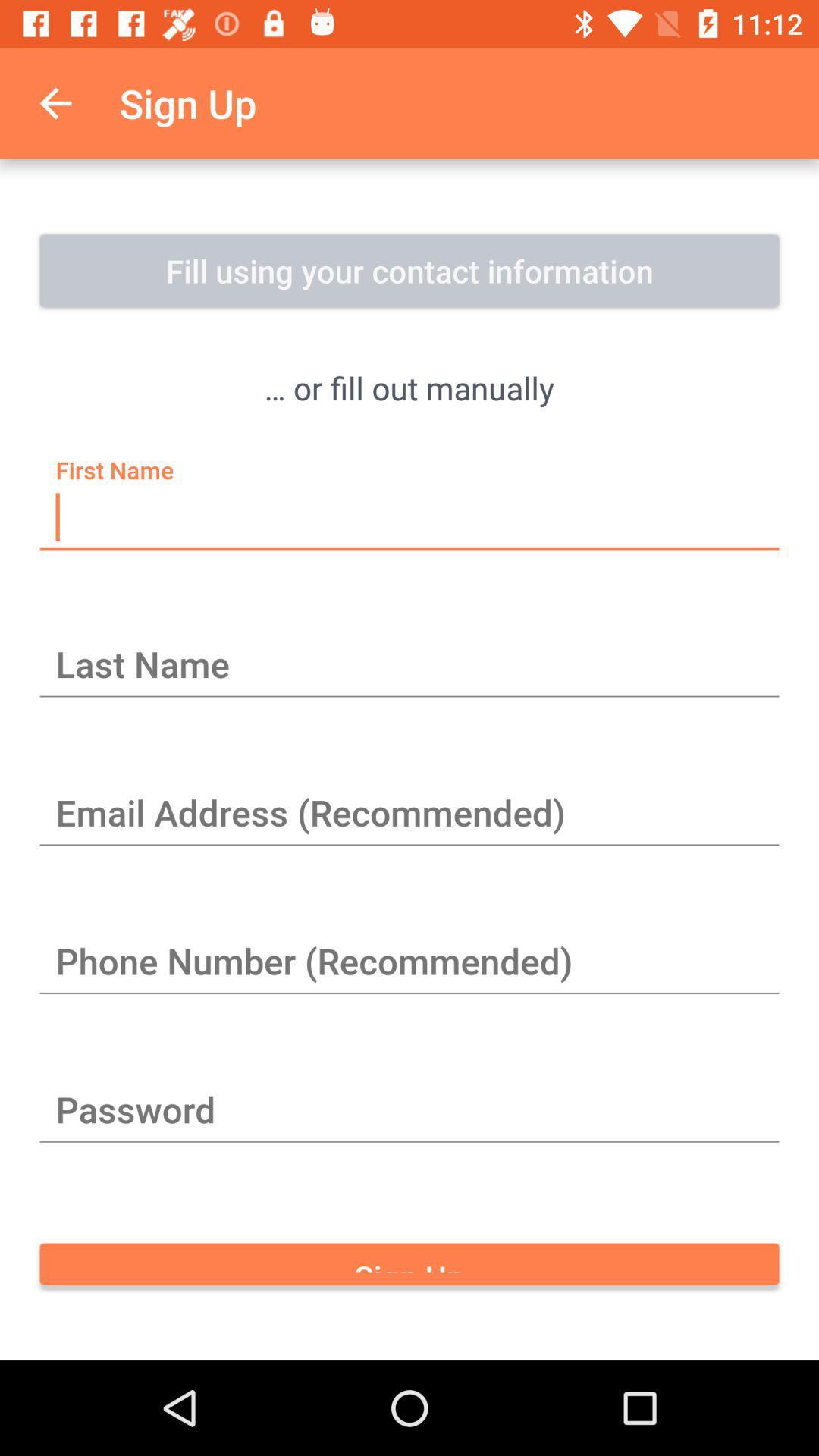 This screenshot has height=1456, width=819. I want to click on the app next to sign up item, so click(55, 102).